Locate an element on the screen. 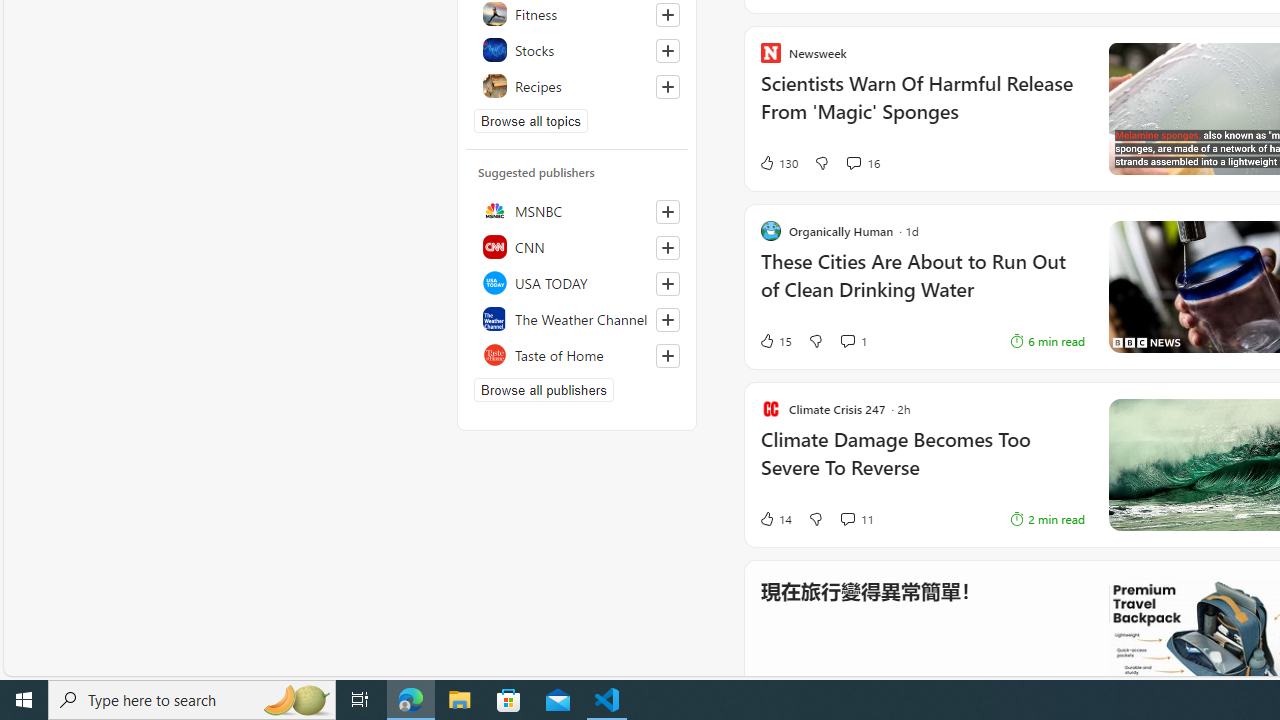 The height and width of the screenshot is (720, 1280). 'Browse all topics' is located at coordinates (531, 120).